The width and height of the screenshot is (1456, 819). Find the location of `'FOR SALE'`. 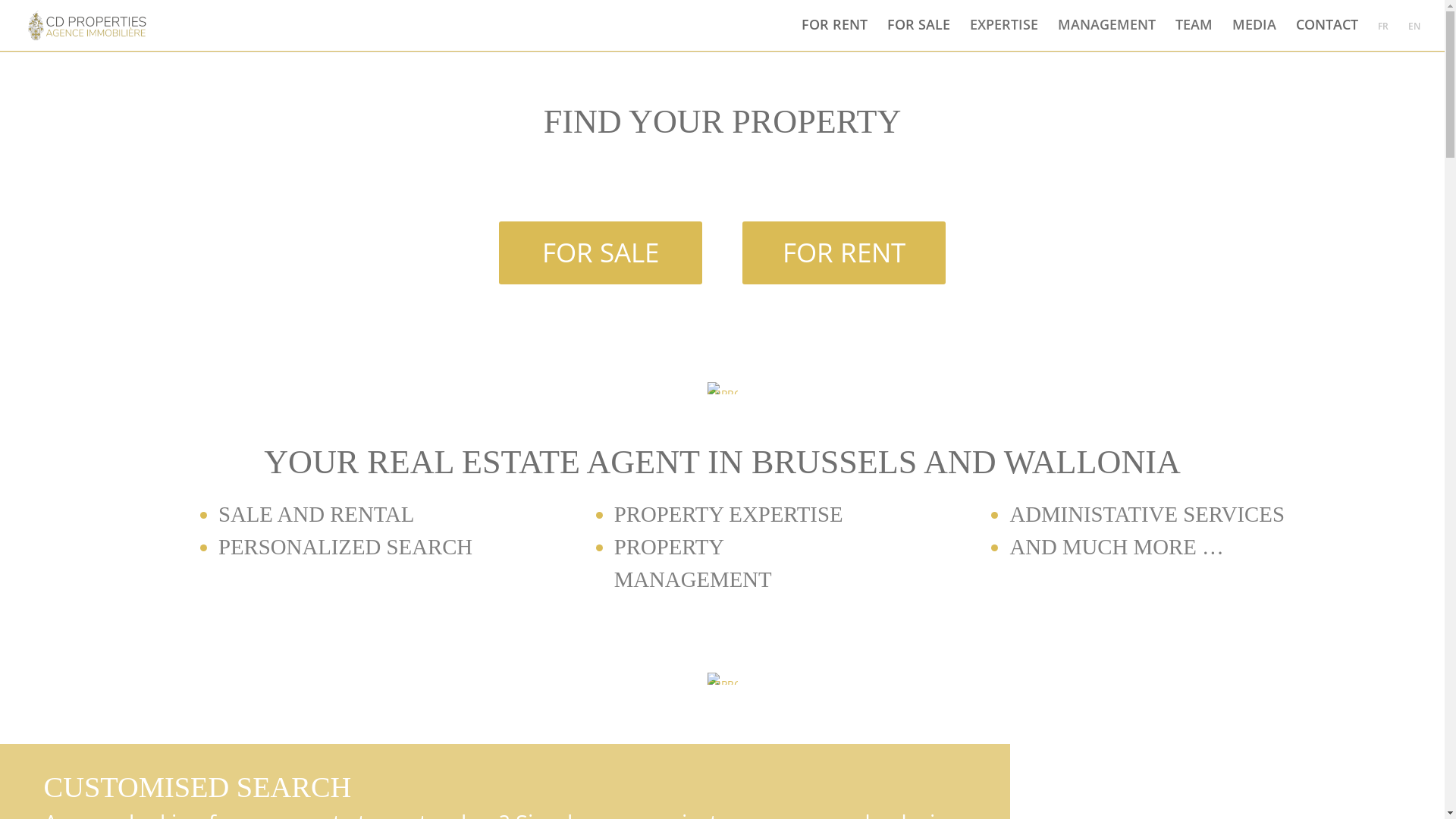

'FOR SALE' is located at coordinates (600, 252).